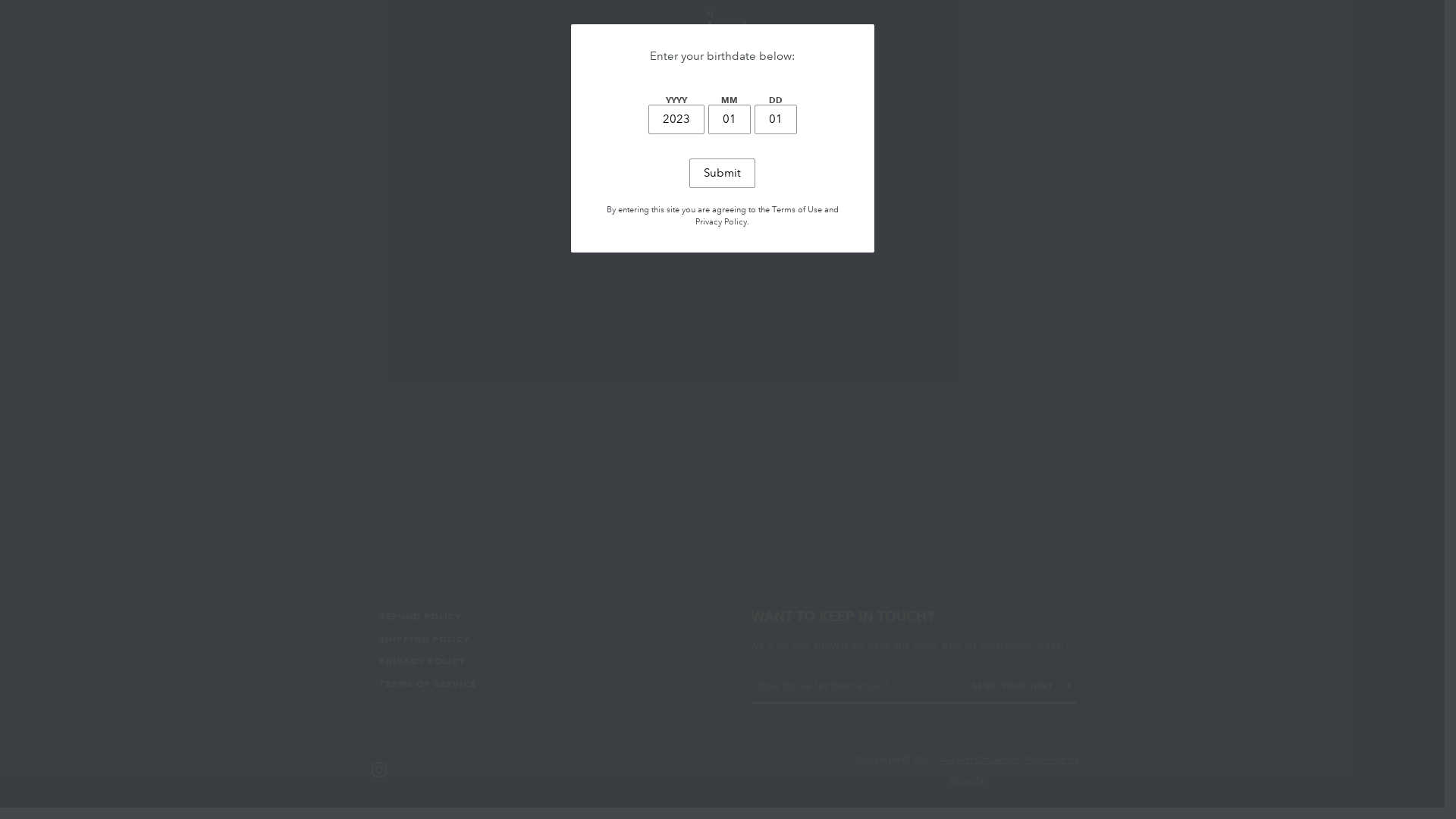 The width and height of the screenshot is (1456, 819). What do you see at coordinates (980, 760) in the screenshot?
I see `'A Twist Of Lemon'` at bounding box center [980, 760].